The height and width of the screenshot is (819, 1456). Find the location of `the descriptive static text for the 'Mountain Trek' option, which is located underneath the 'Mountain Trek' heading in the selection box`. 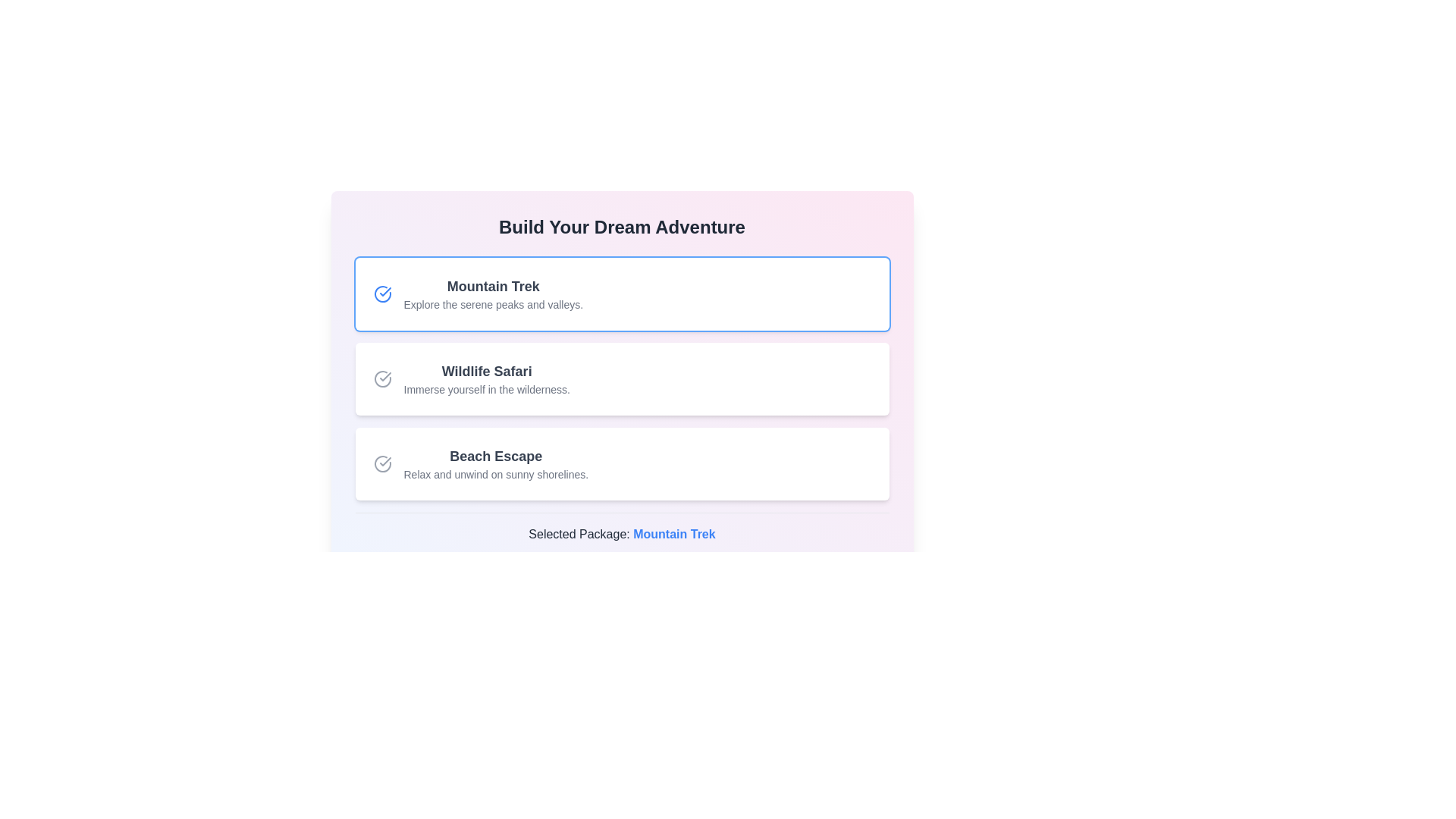

the descriptive static text for the 'Mountain Trek' option, which is located underneath the 'Mountain Trek' heading in the selection box is located at coordinates (493, 304).